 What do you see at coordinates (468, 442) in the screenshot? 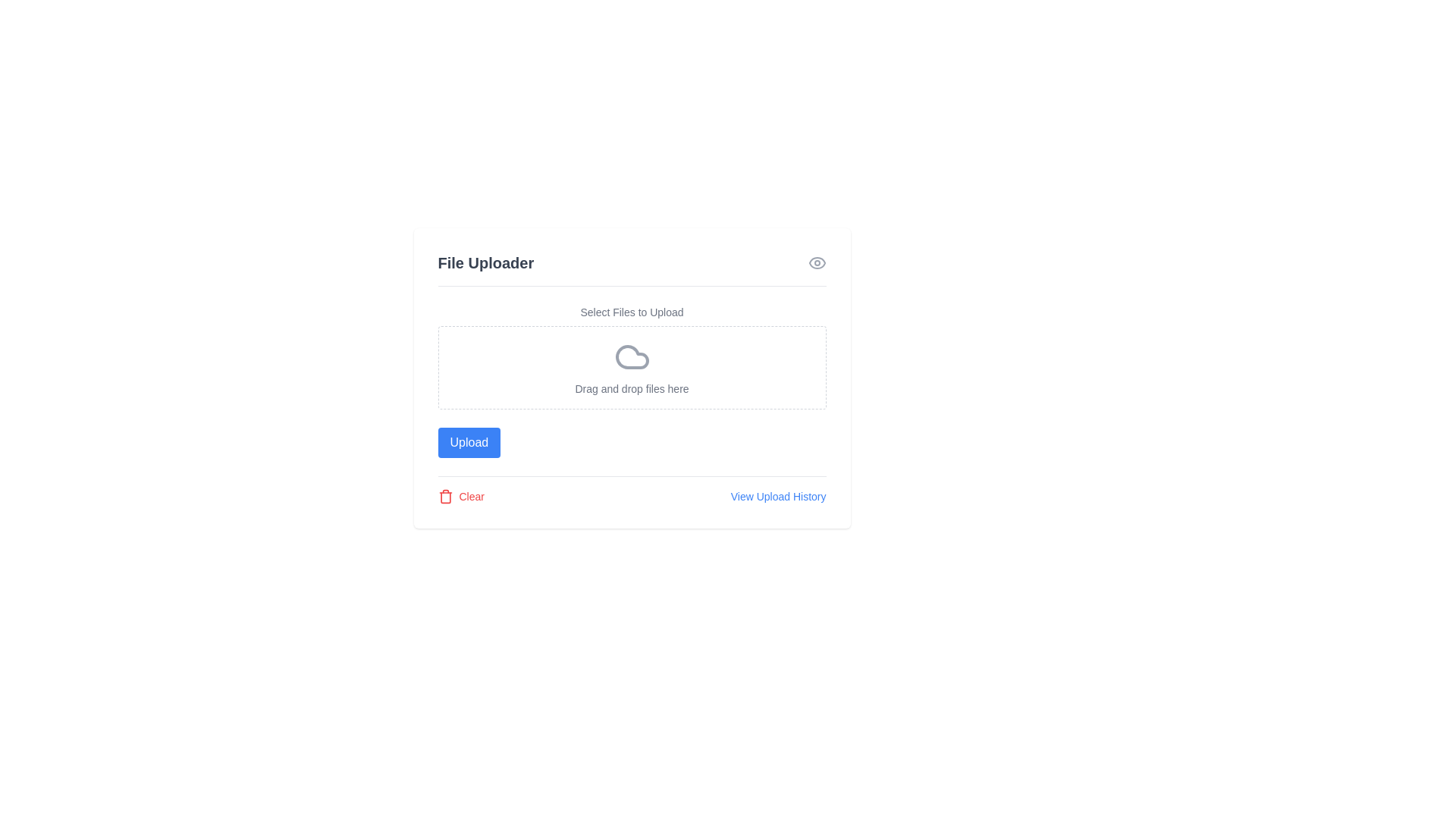
I see `the file upload button located below the file drop area to enable keyboard interaction` at bounding box center [468, 442].